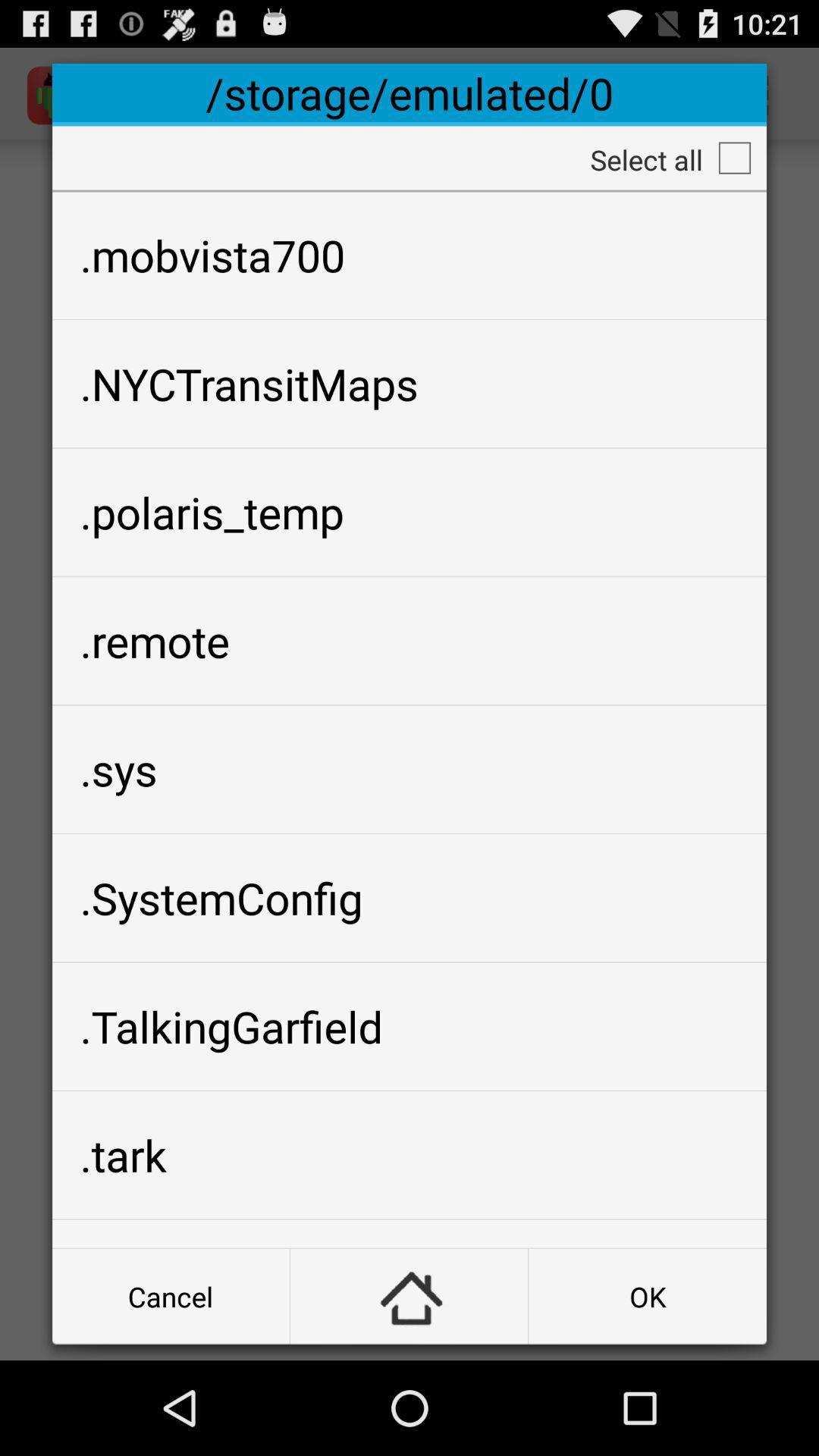 Image resolution: width=819 pixels, height=1456 pixels. Describe the element at coordinates (408, 1295) in the screenshot. I see `button` at that location.